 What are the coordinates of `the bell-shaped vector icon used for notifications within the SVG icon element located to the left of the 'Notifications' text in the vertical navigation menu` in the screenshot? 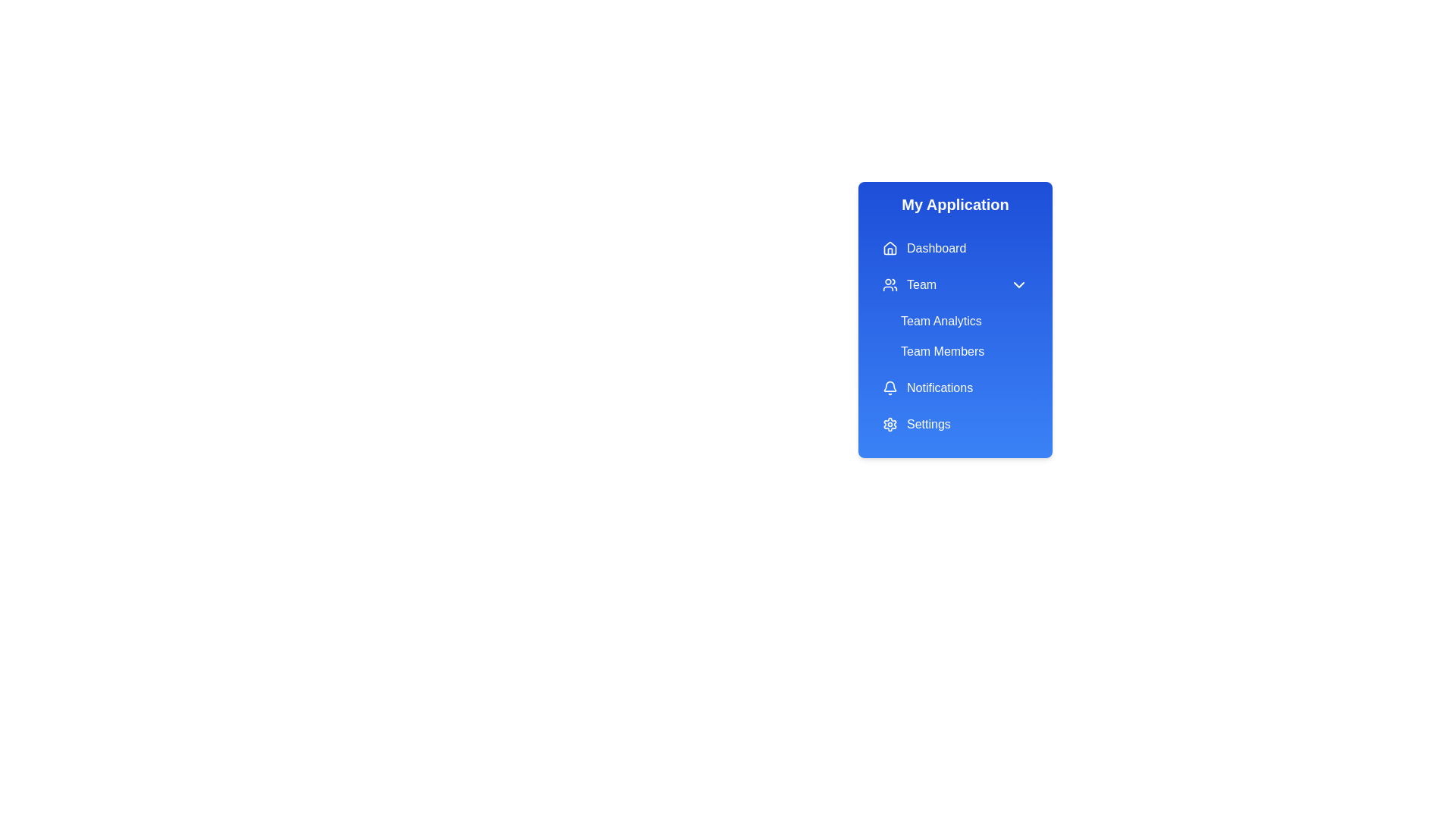 It's located at (890, 385).